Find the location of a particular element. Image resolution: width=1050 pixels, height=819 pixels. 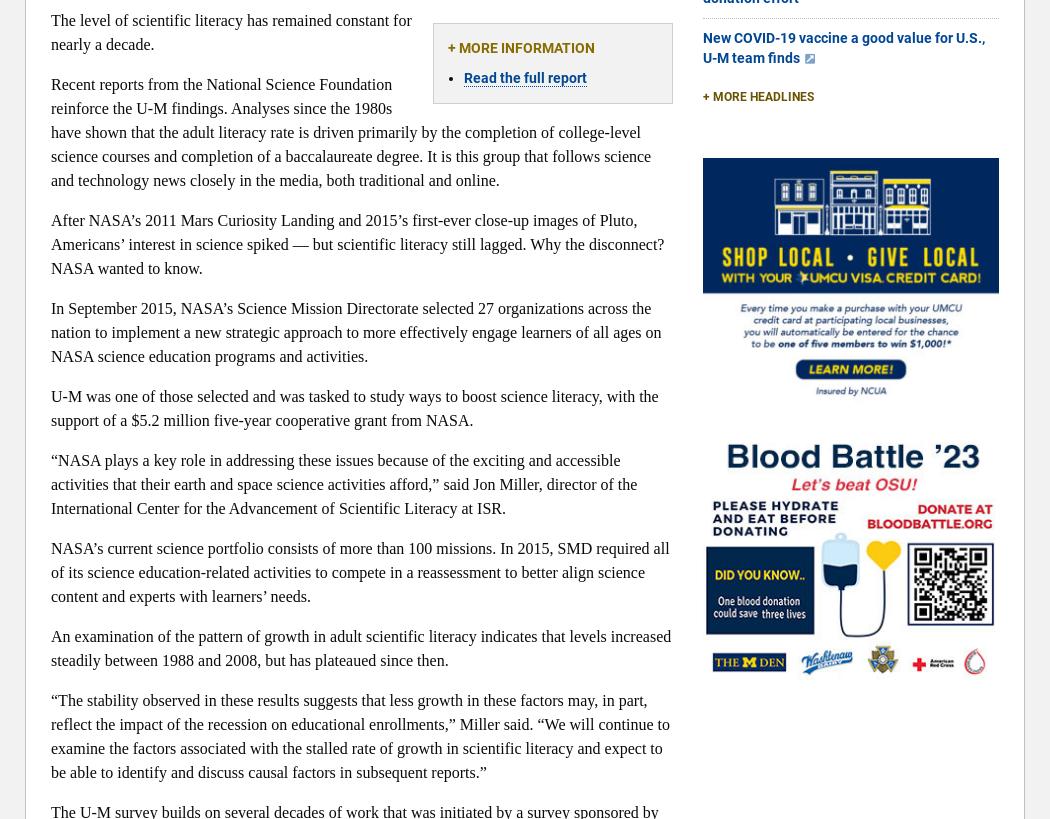

'An examination of the pattern of growth in adult scientific literacy indicates that levels increased steadily between 1988 and 2008, but has plateaued since then.' is located at coordinates (50, 648).